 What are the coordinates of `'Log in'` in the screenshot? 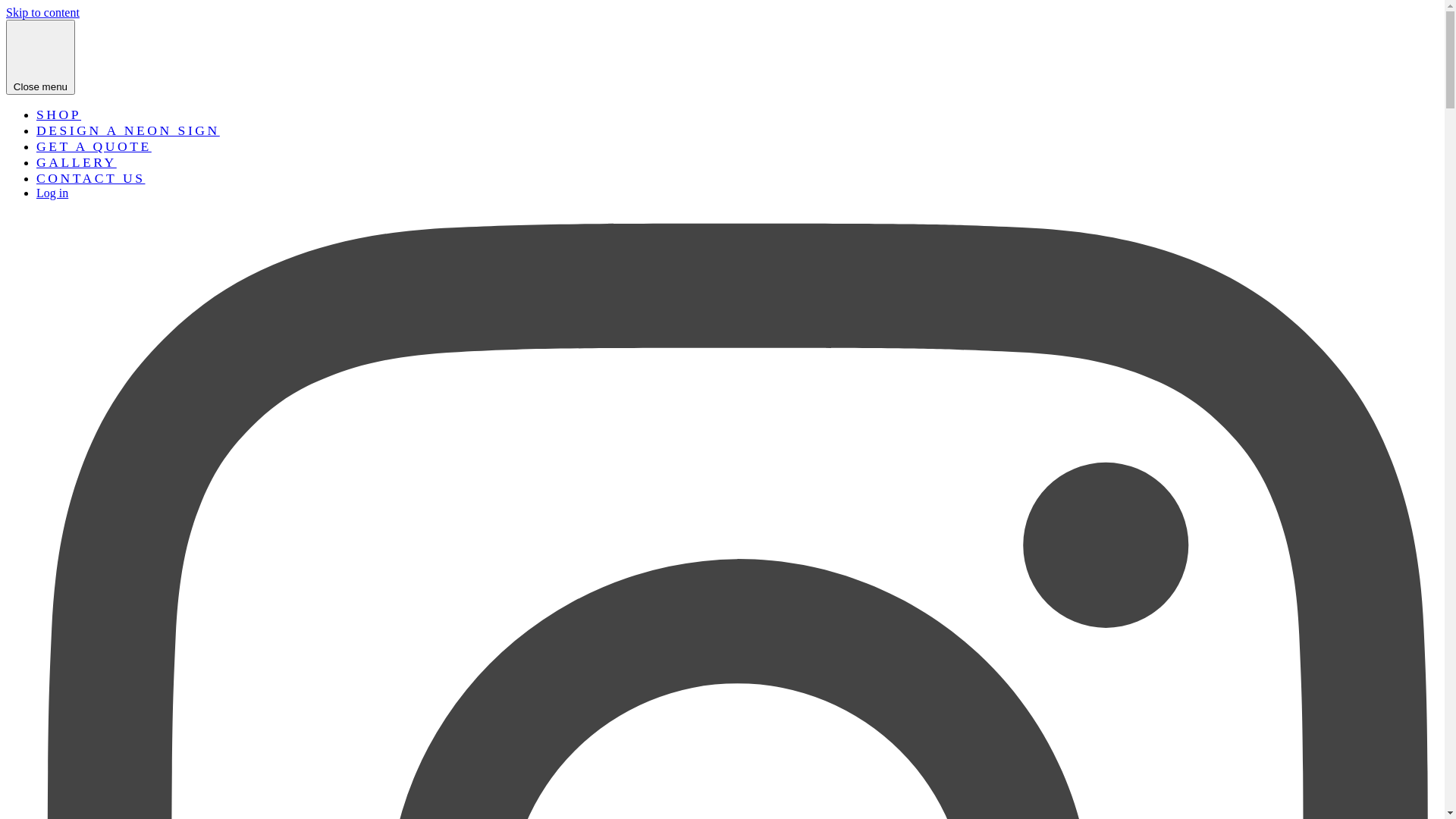 It's located at (52, 192).